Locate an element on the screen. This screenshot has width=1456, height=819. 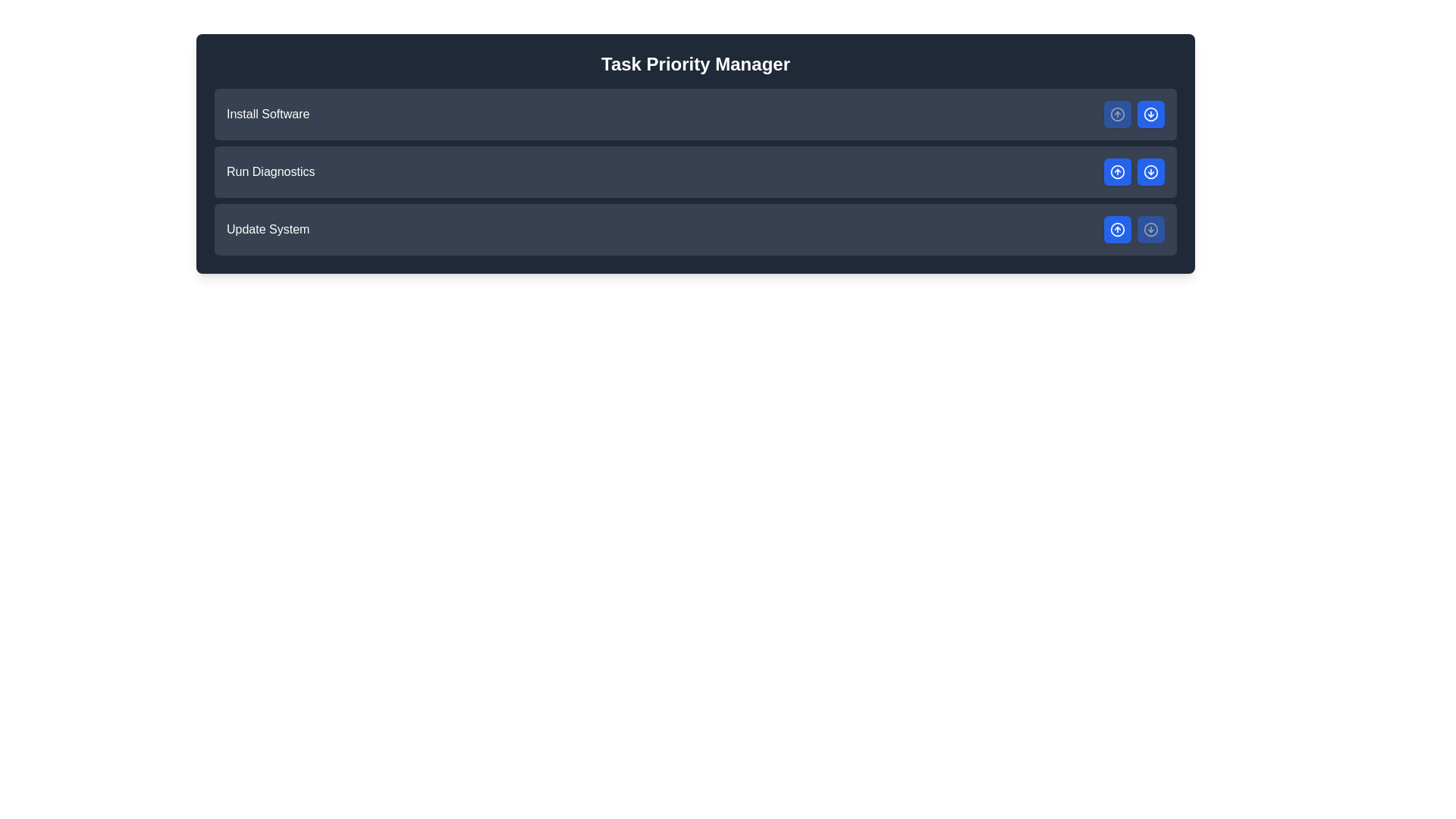
the label indicating 'Run Diagnostics' in the middle row of the interactive list is located at coordinates (271, 171).